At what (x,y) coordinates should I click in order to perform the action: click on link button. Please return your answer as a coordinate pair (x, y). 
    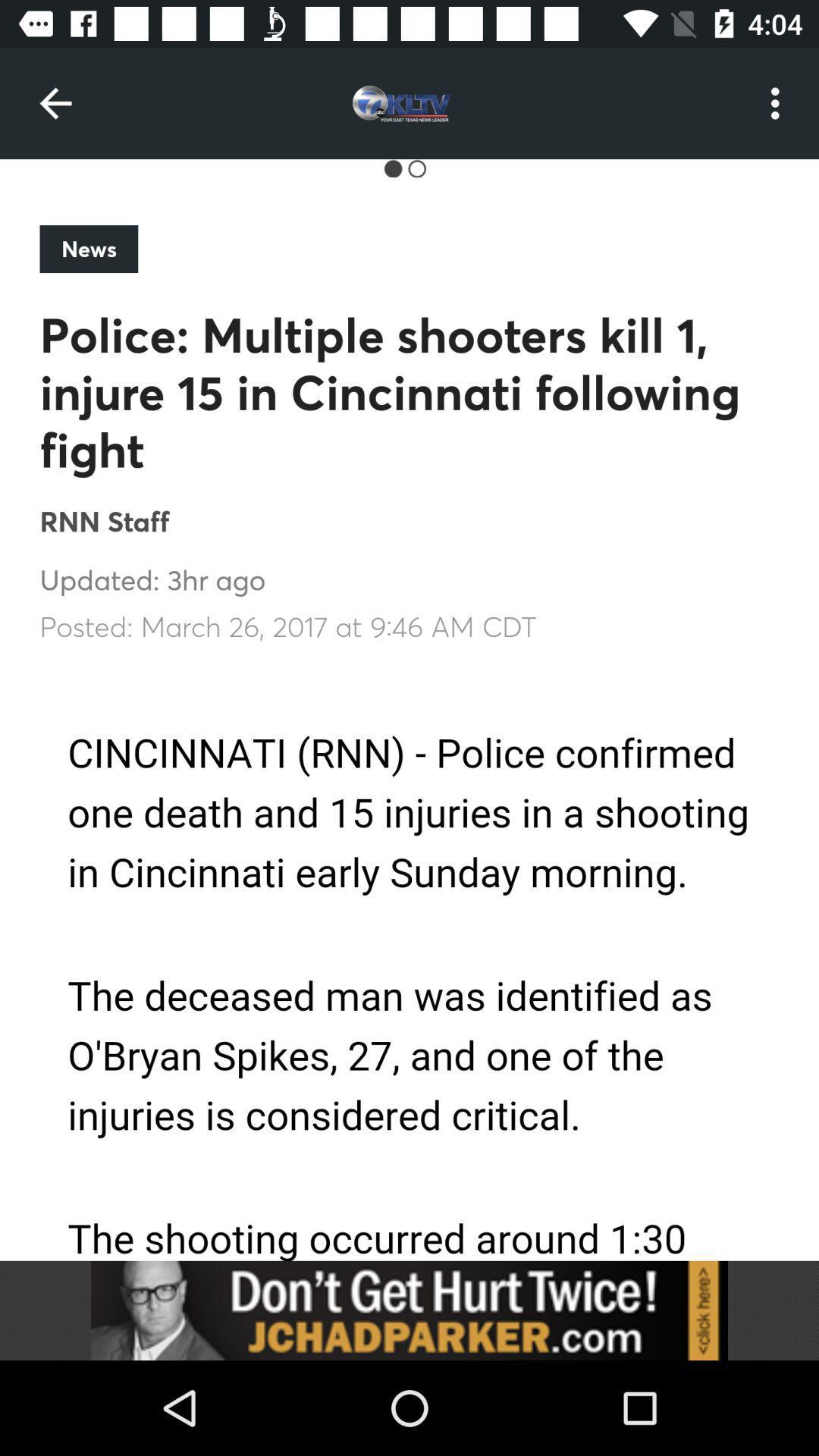
    Looking at the image, I should click on (409, 1310).